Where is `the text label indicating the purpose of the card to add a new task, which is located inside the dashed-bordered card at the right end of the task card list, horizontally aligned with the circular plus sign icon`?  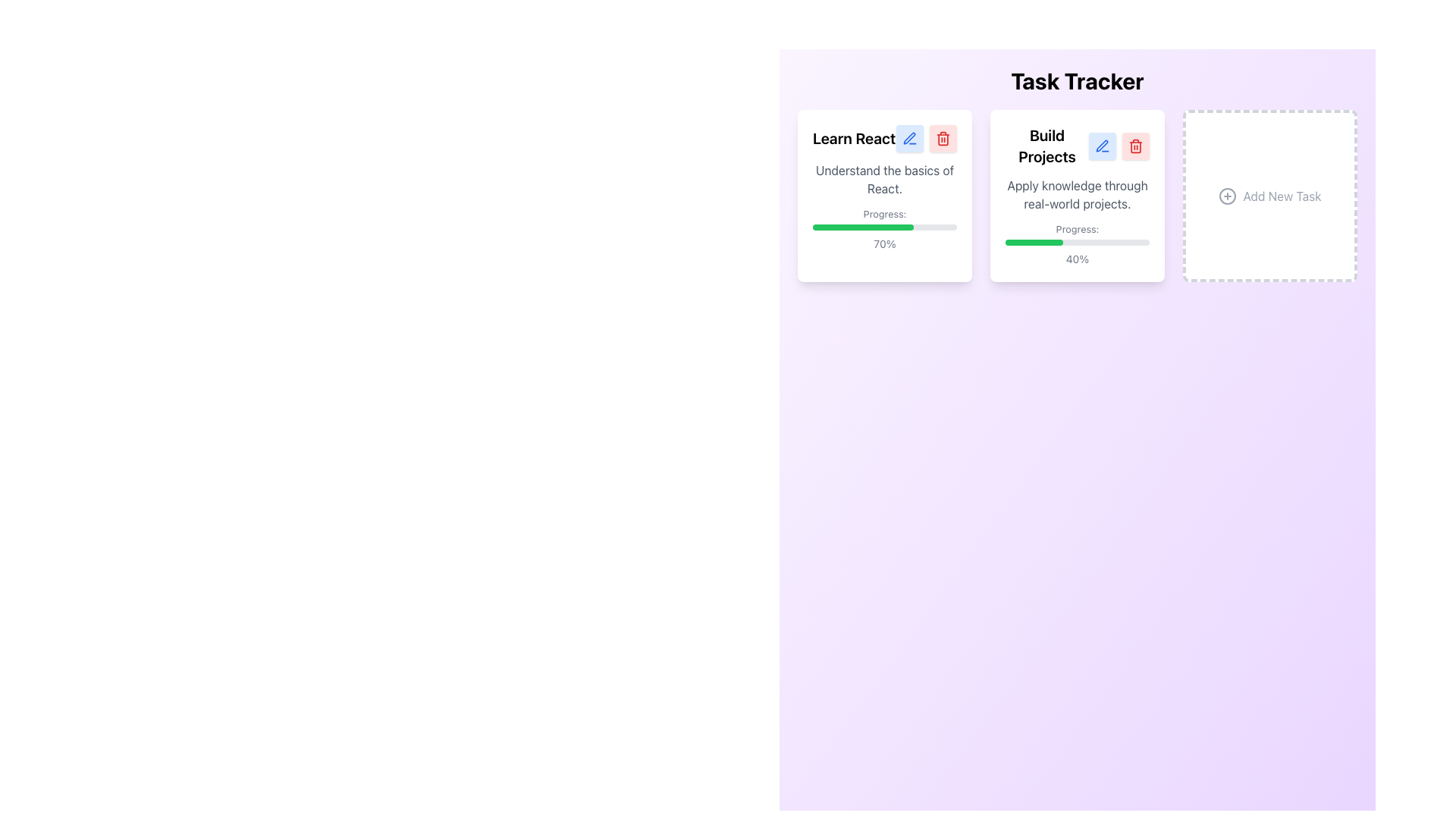 the text label indicating the purpose of the card to add a new task, which is located inside the dashed-bordered card at the right end of the task card list, horizontally aligned with the circular plus sign icon is located at coordinates (1281, 195).